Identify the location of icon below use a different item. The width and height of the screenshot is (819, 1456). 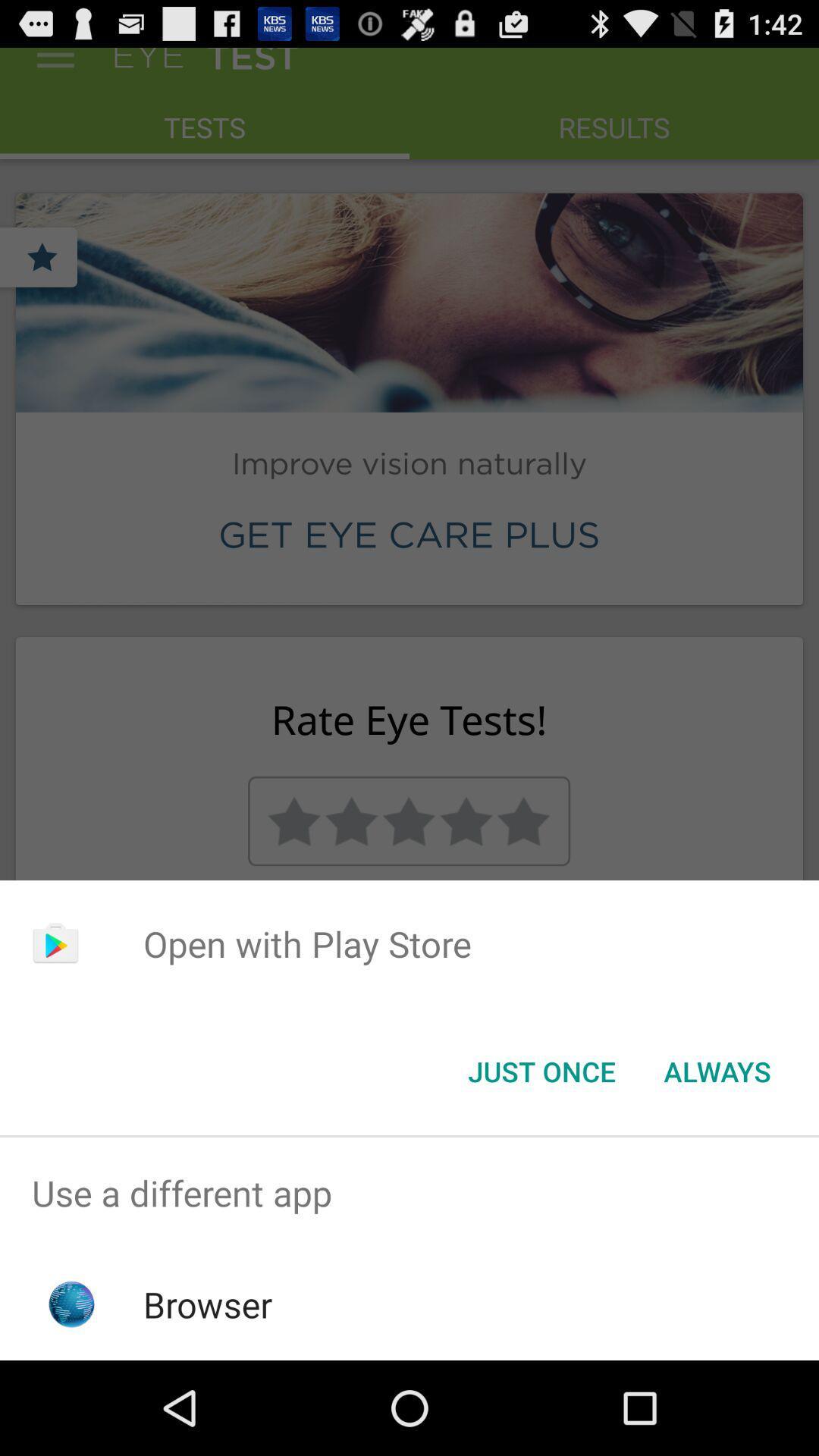
(208, 1304).